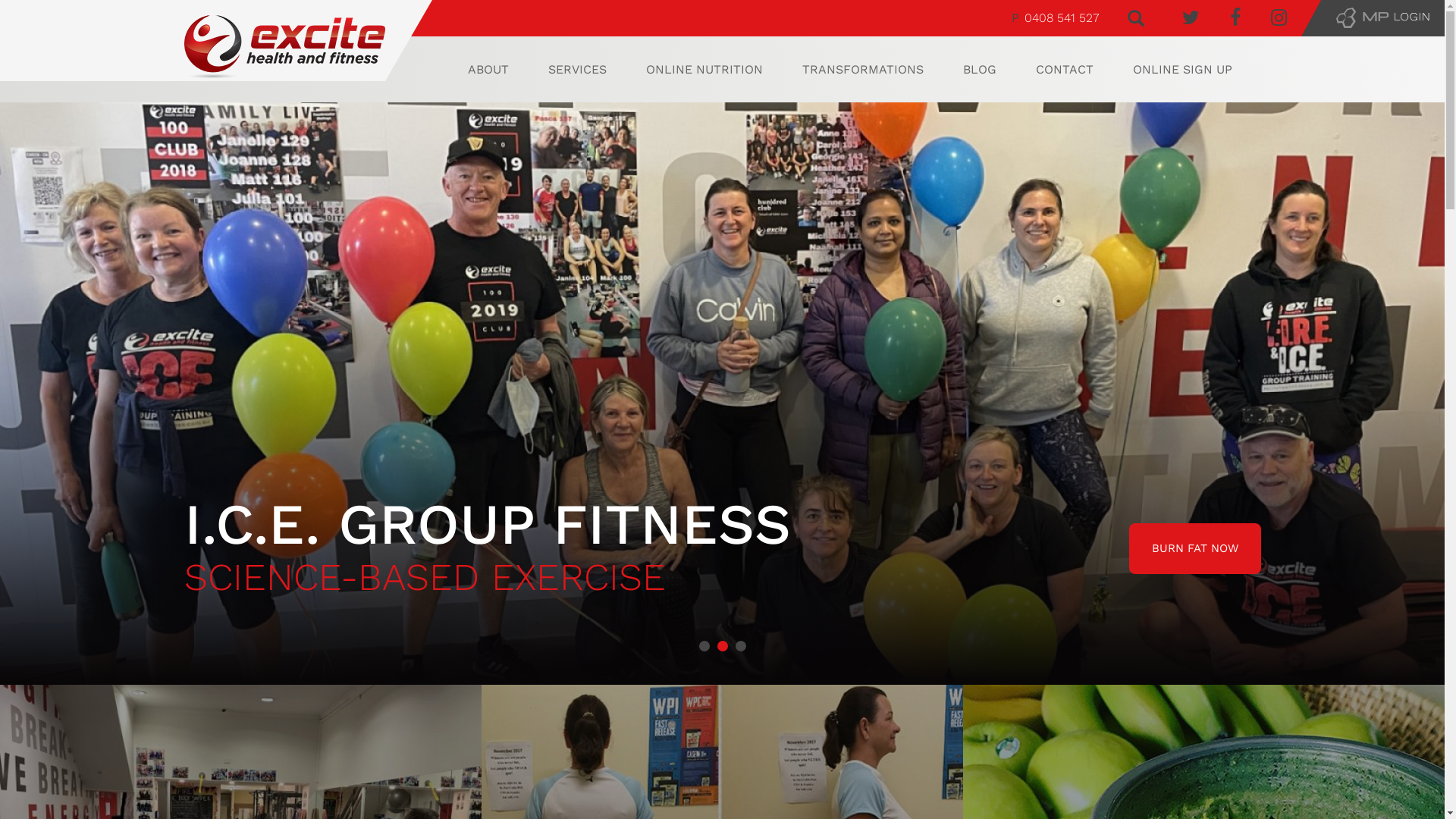 This screenshot has width=1456, height=819. I want to click on 'ABOUT', so click(488, 69).